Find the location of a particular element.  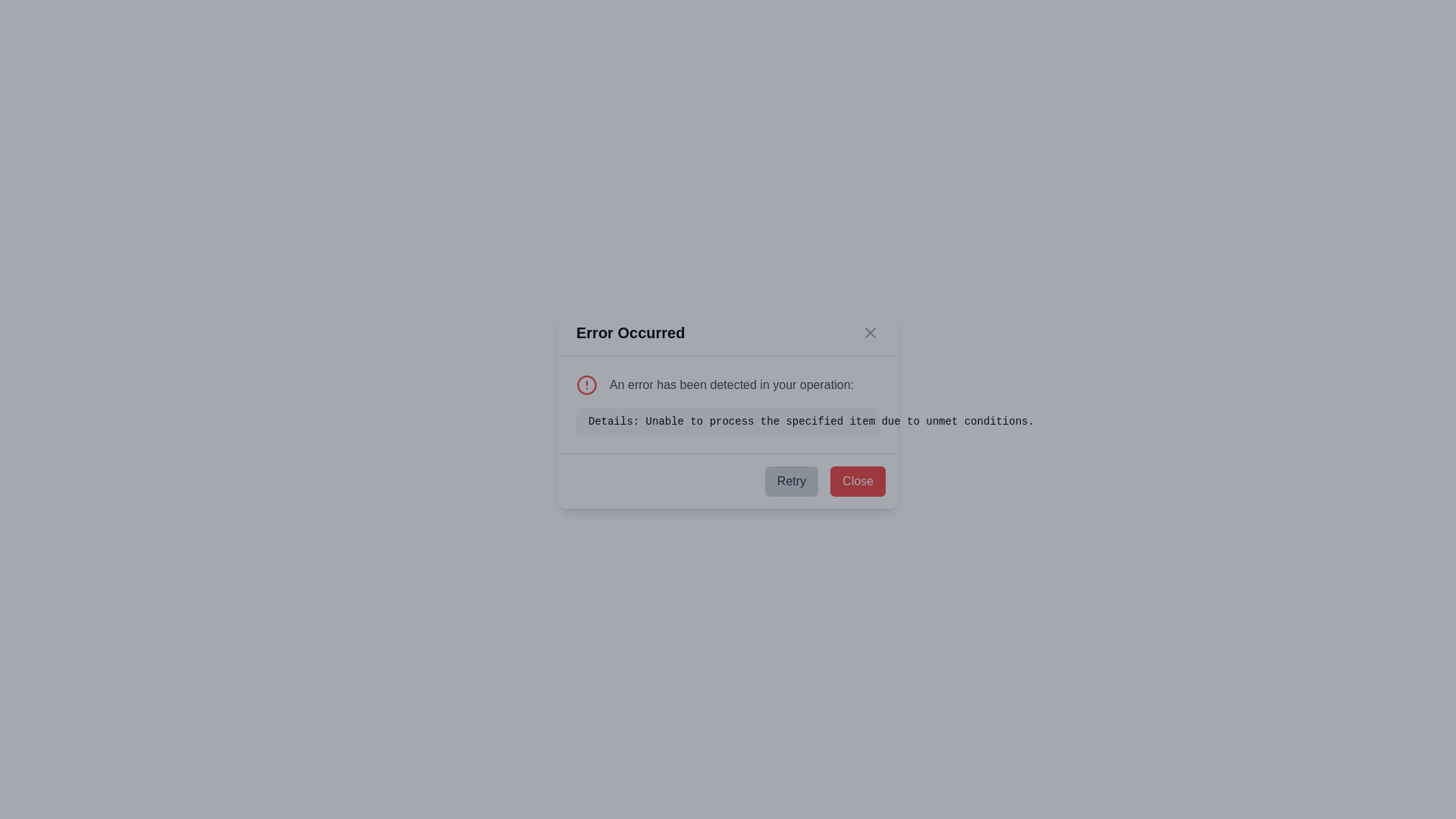

the static text label 'An error has been detected in your operation:' which is part of the error notification interface, located below the modal title 'Error Occurred' is located at coordinates (728, 384).